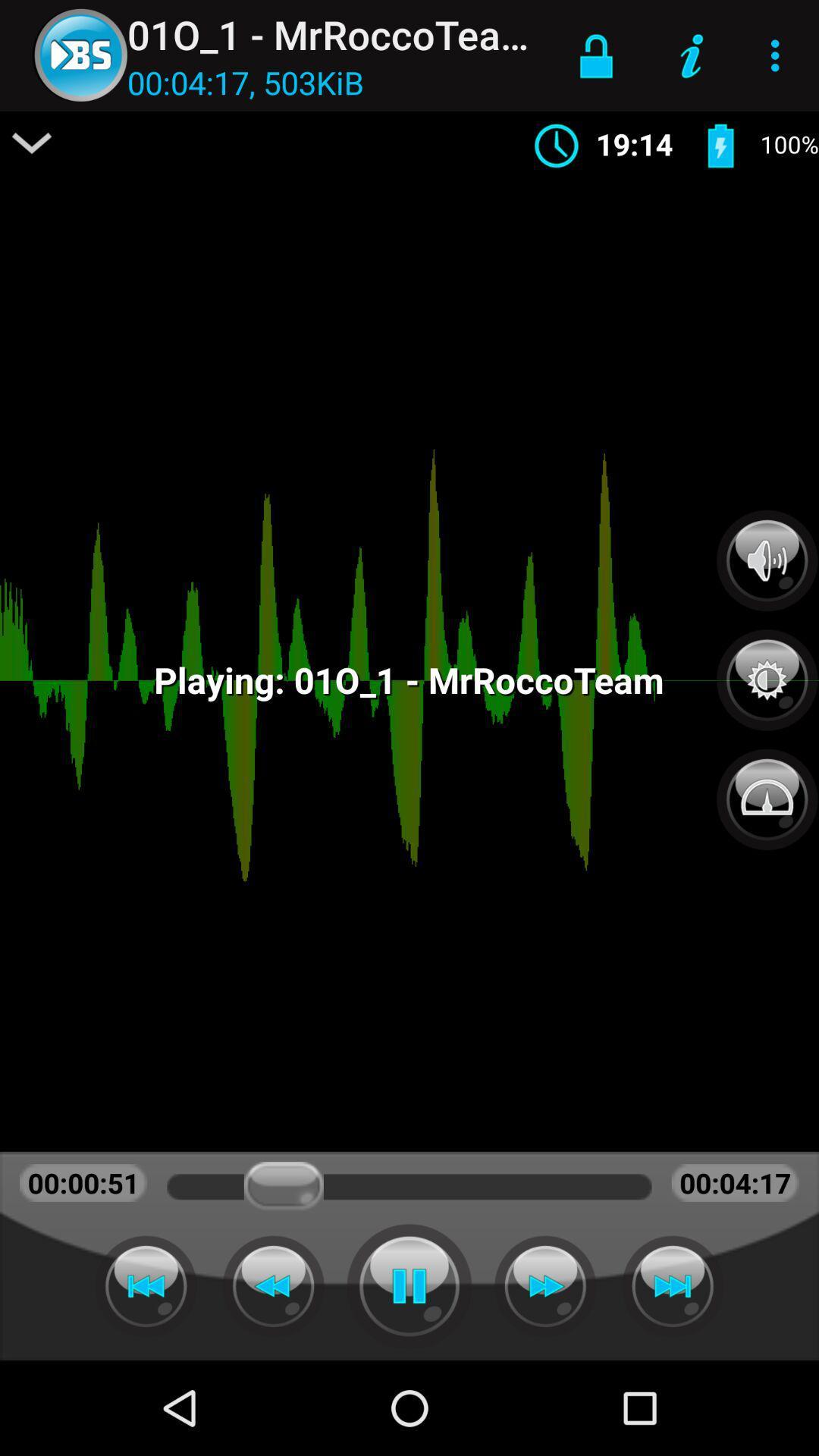 The height and width of the screenshot is (1456, 819). Describe the element at coordinates (273, 1285) in the screenshot. I see `skip back a second` at that location.